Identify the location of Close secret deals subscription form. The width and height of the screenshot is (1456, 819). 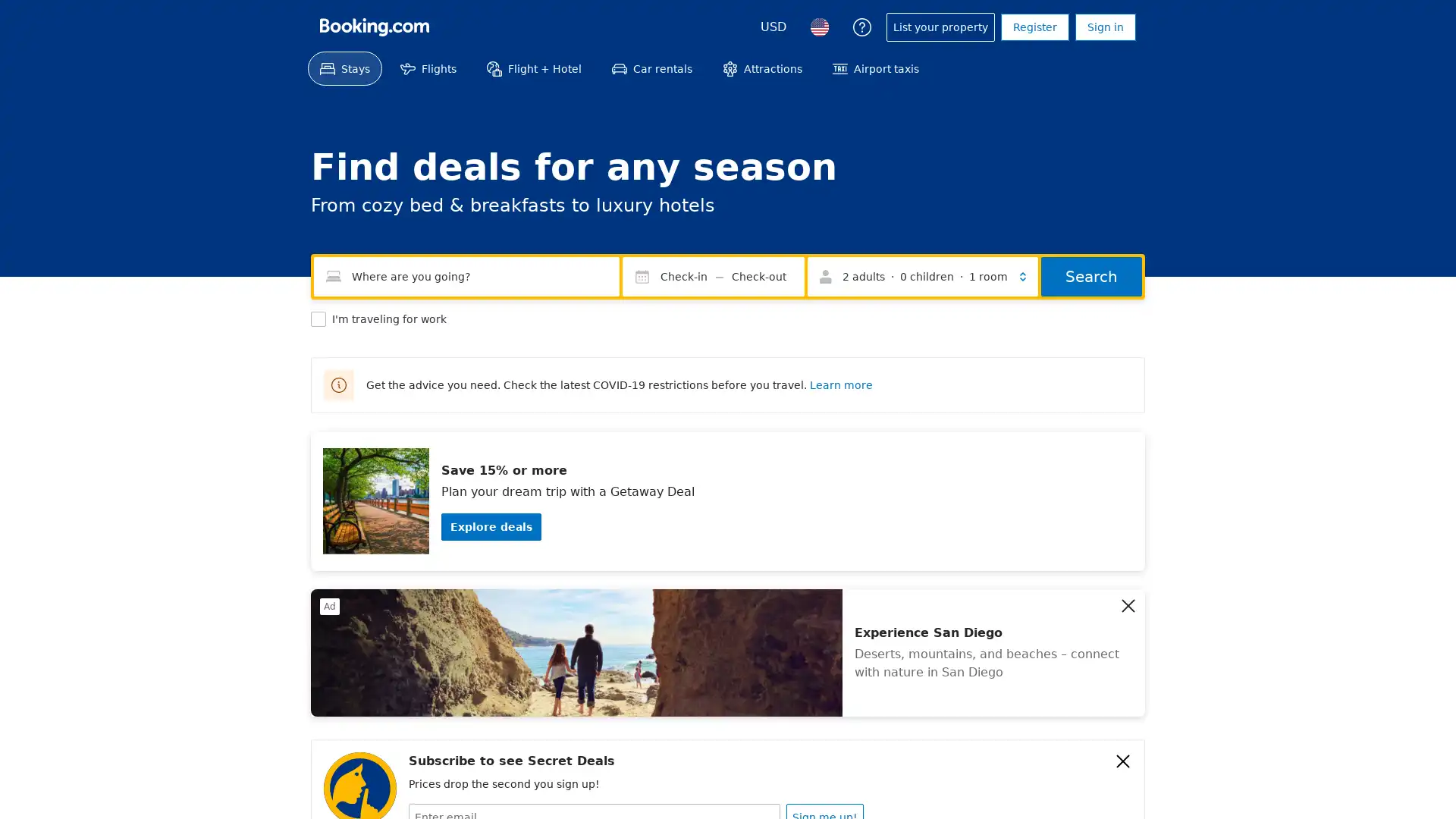
(1123, 761).